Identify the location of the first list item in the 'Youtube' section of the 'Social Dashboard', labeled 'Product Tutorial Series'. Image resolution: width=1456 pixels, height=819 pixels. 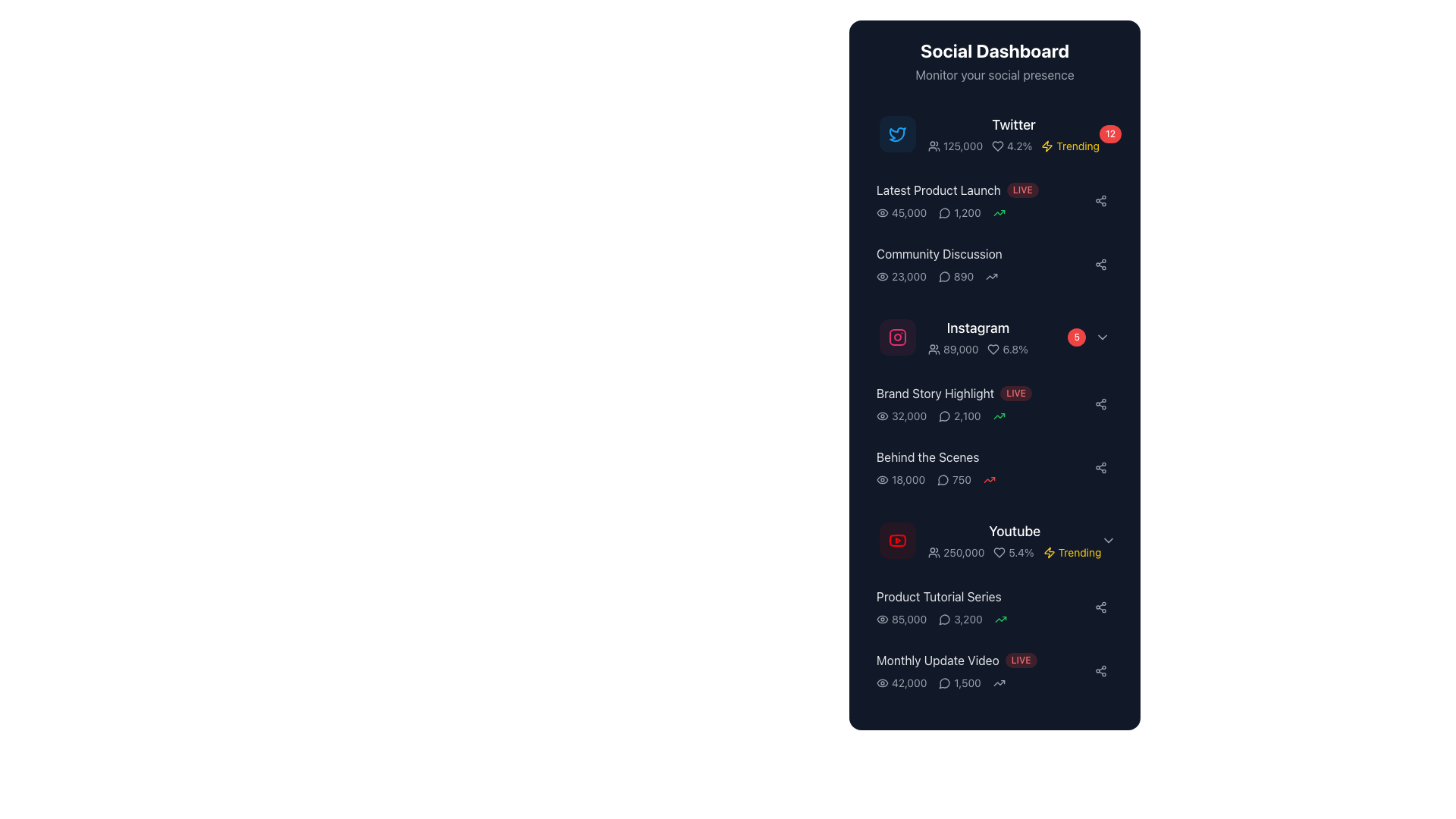
(994, 604).